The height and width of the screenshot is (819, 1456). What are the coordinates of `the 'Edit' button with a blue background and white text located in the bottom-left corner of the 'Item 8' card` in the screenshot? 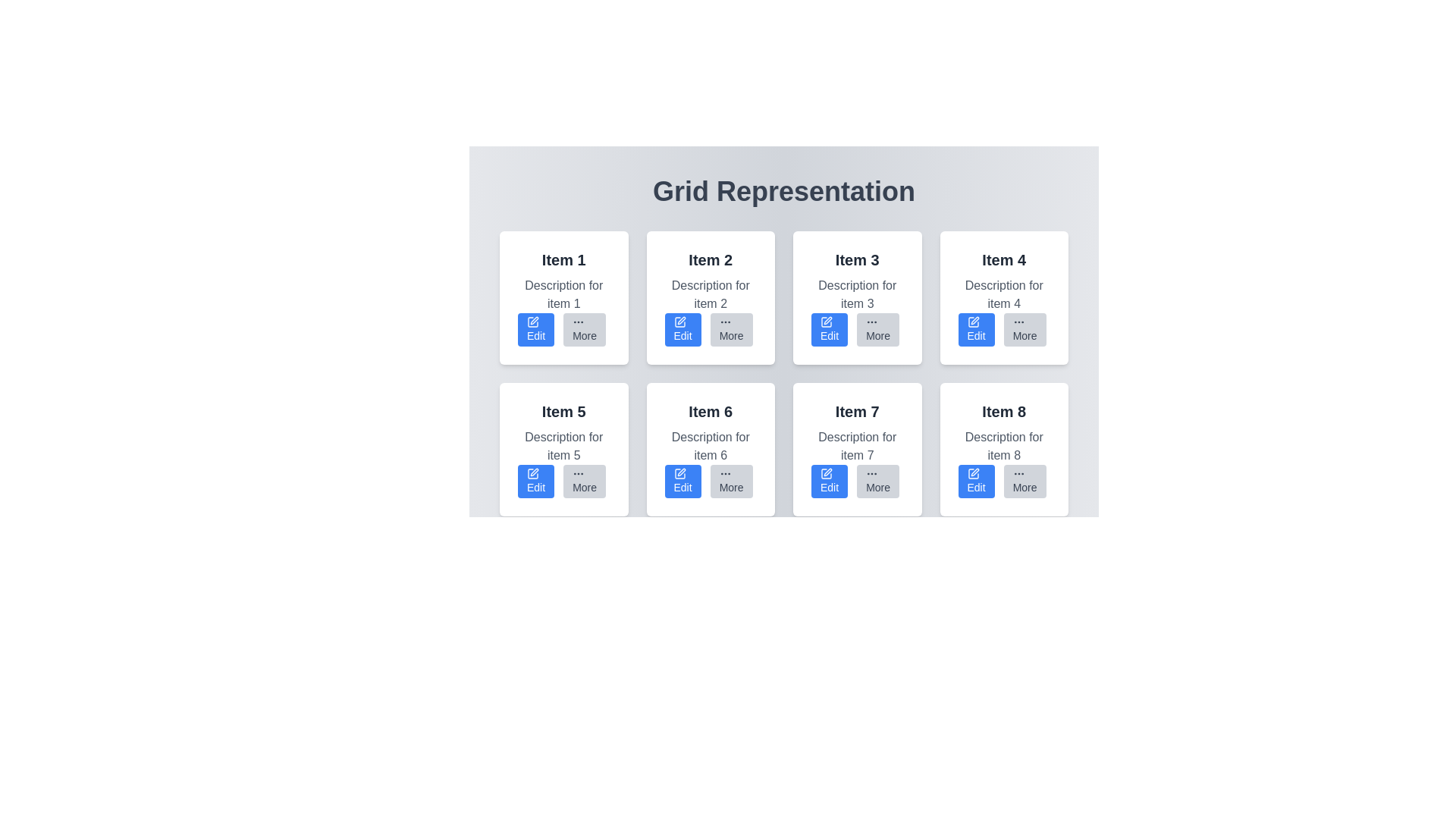 It's located at (976, 482).